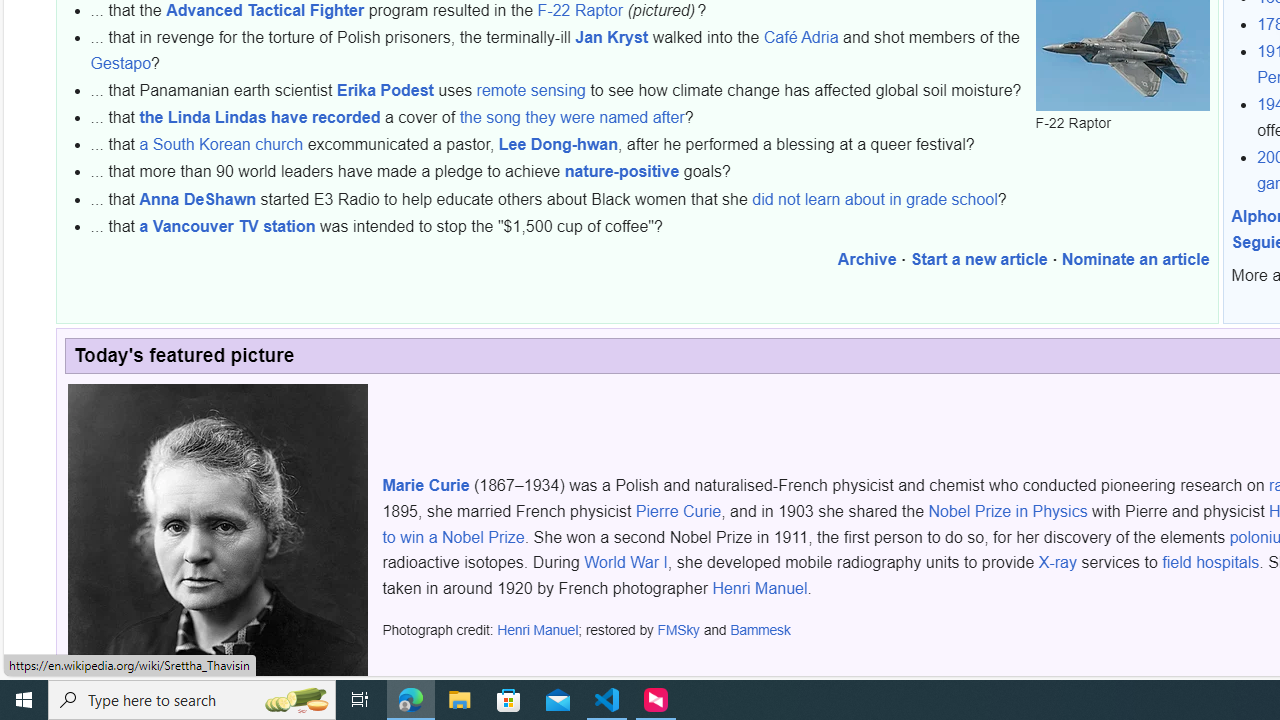 This screenshot has height=720, width=1280. Describe the element at coordinates (264, 9) in the screenshot. I see `'Advanced Tactical Fighter'` at that location.